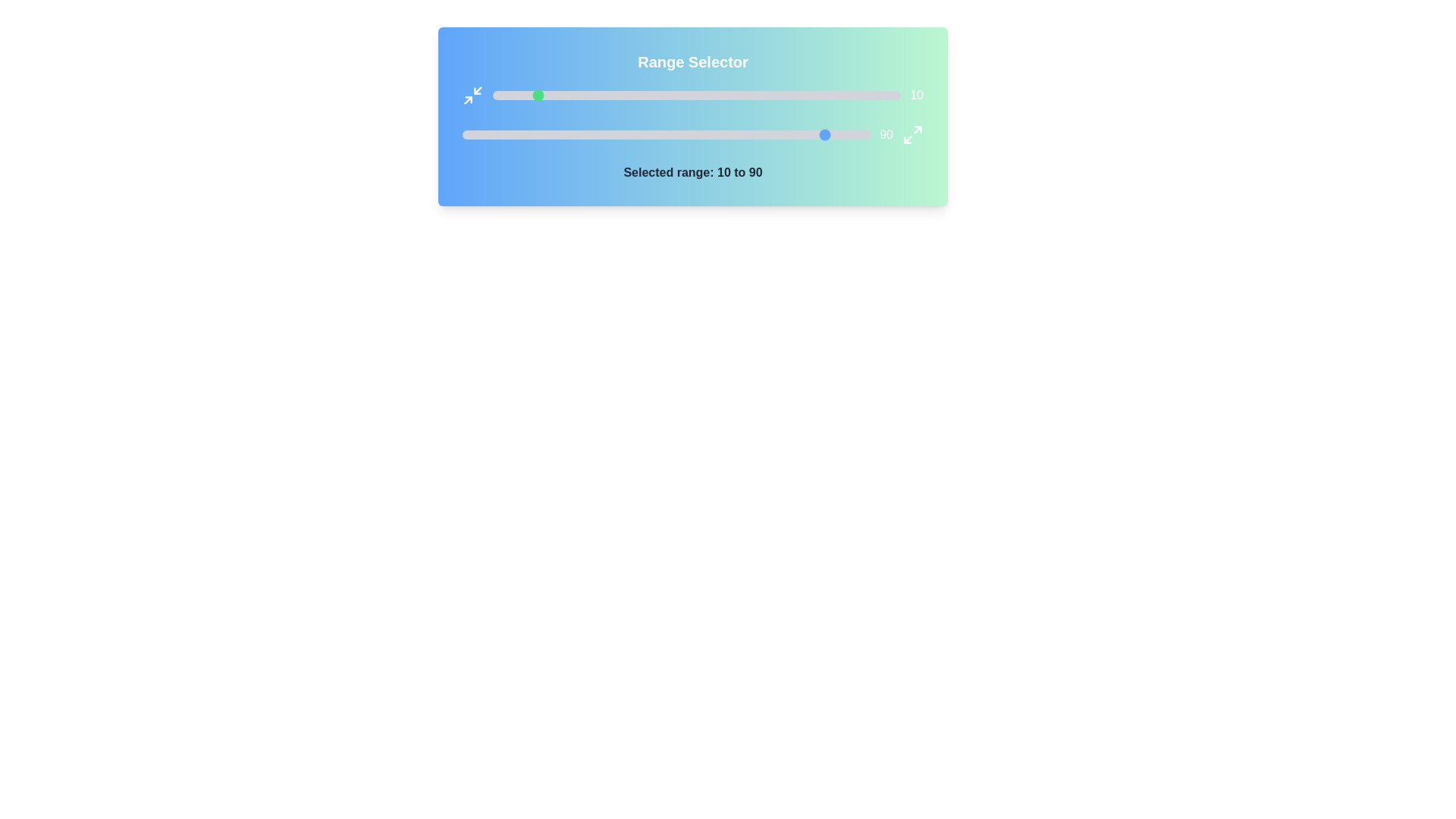 Image resolution: width=1456 pixels, height=819 pixels. Describe the element at coordinates (912, 133) in the screenshot. I see `the icon button located at the far right of the horizontal layout` at that location.